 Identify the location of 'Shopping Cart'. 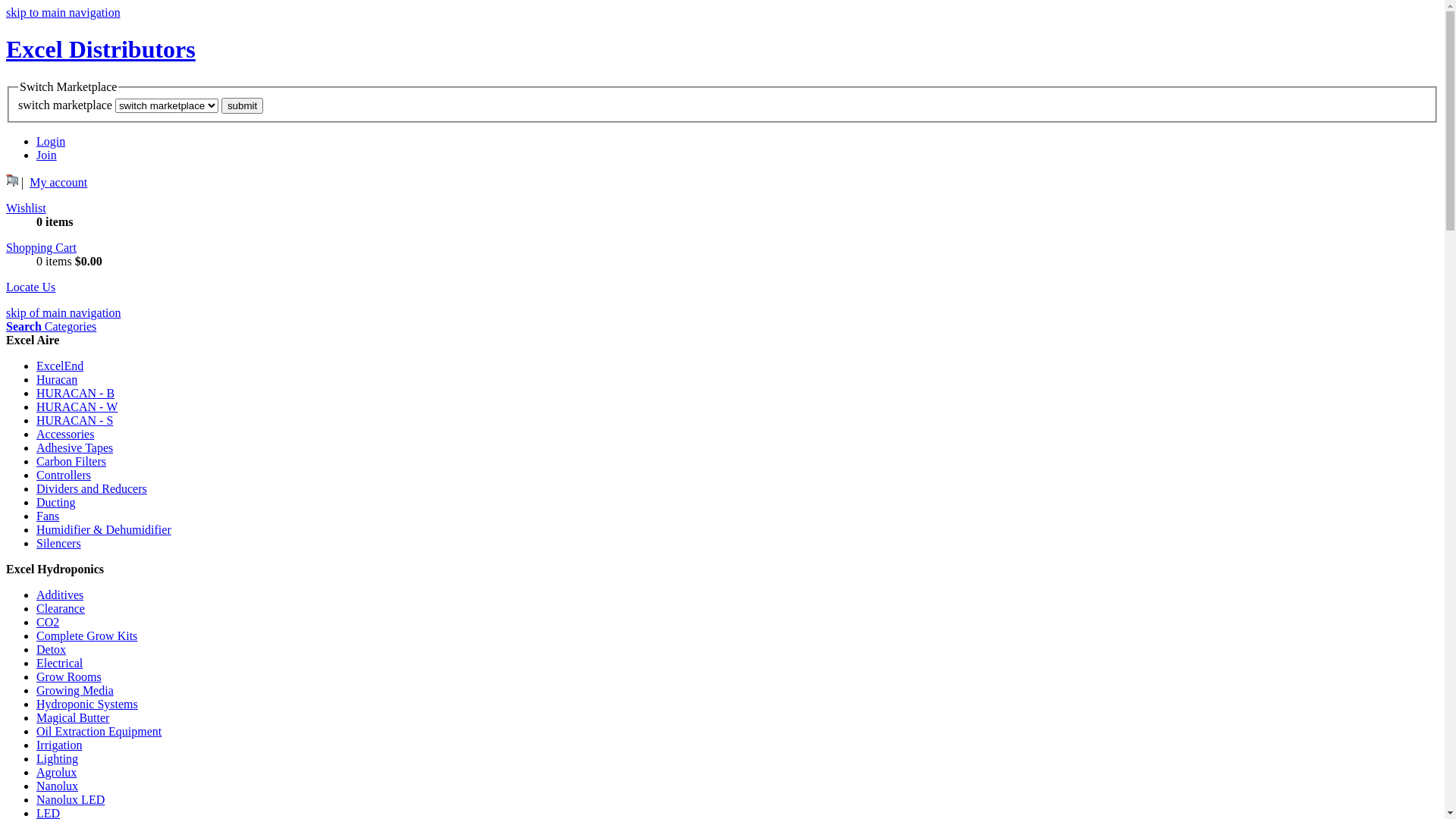
(41, 246).